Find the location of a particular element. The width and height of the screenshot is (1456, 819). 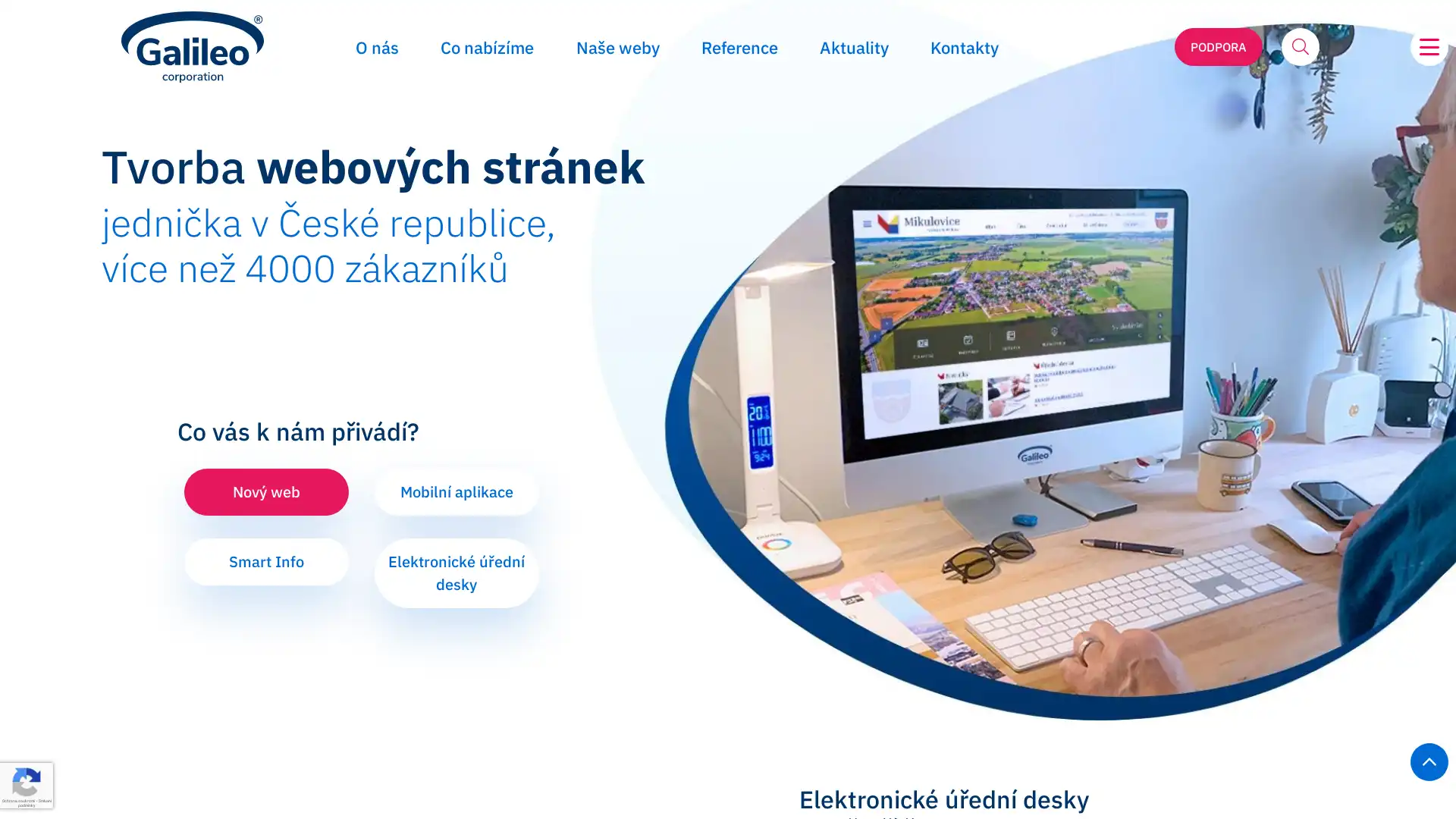

Odmitnout is located at coordinates (1256, 755).